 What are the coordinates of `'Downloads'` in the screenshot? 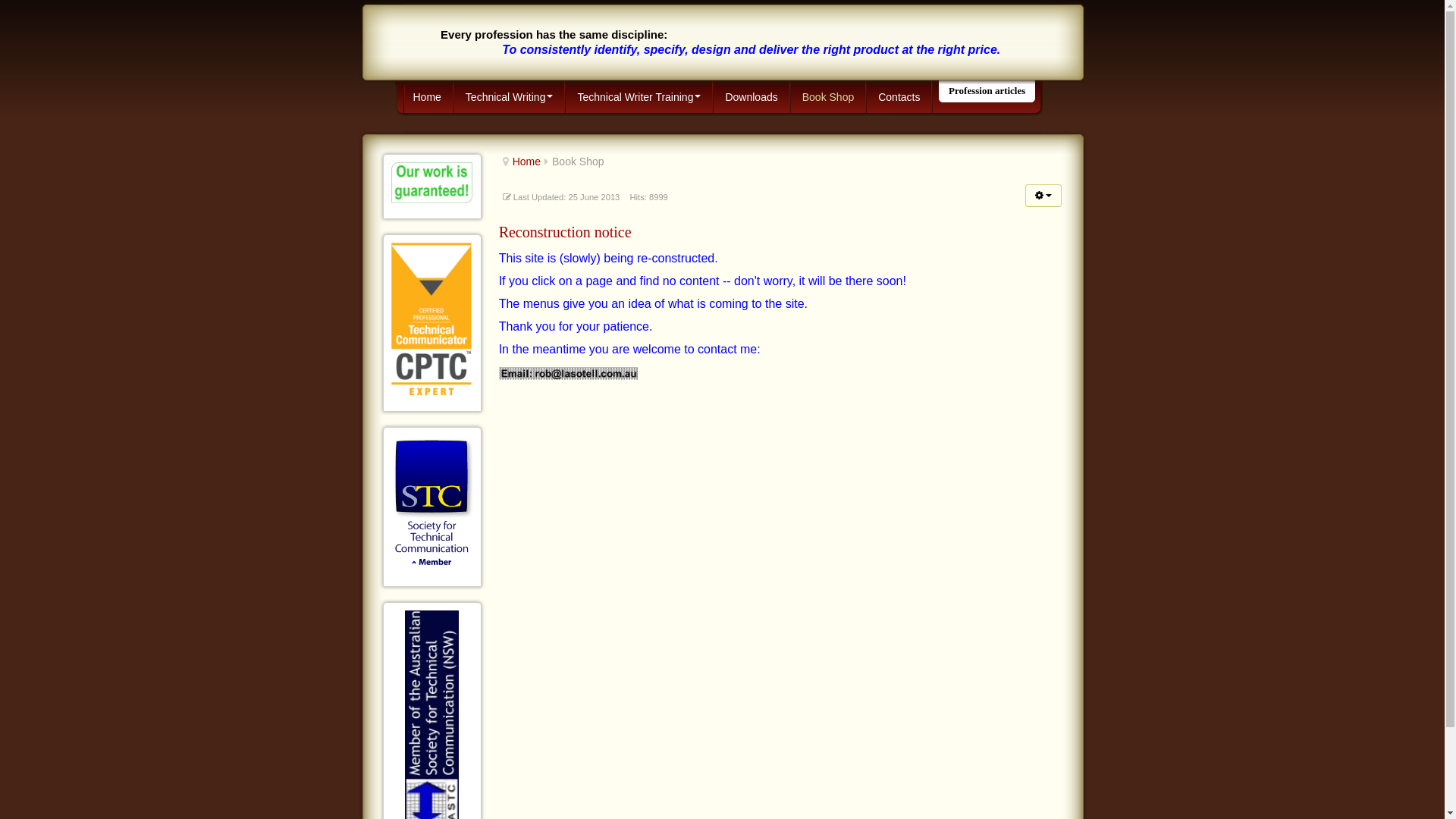 It's located at (751, 96).